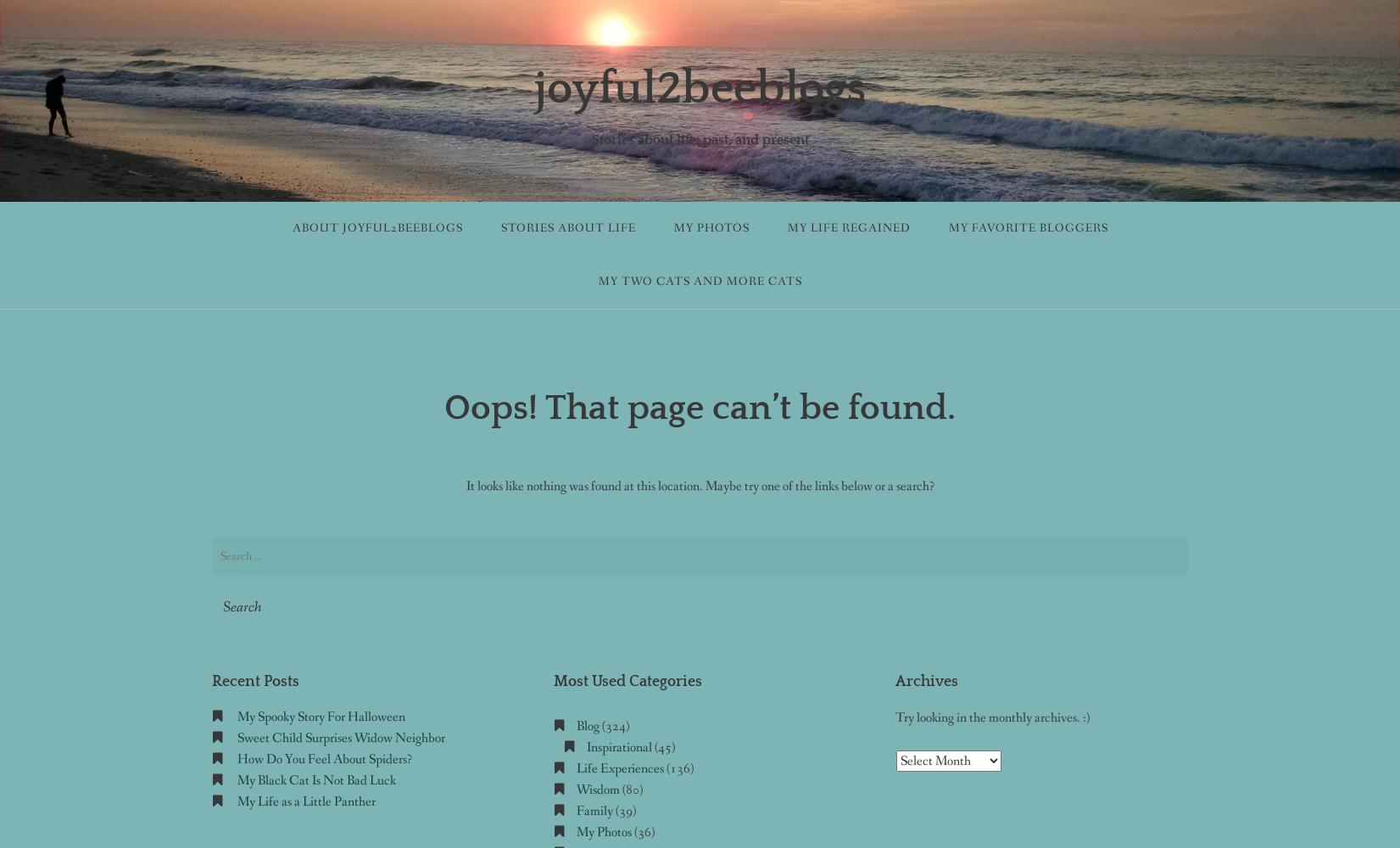 The height and width of the screenshot is (848, 1400). What do you see at coordinates (237, 801) in the screenshot?
I see `'My Life as a Little Panther'` at bounding box center [237, 801].